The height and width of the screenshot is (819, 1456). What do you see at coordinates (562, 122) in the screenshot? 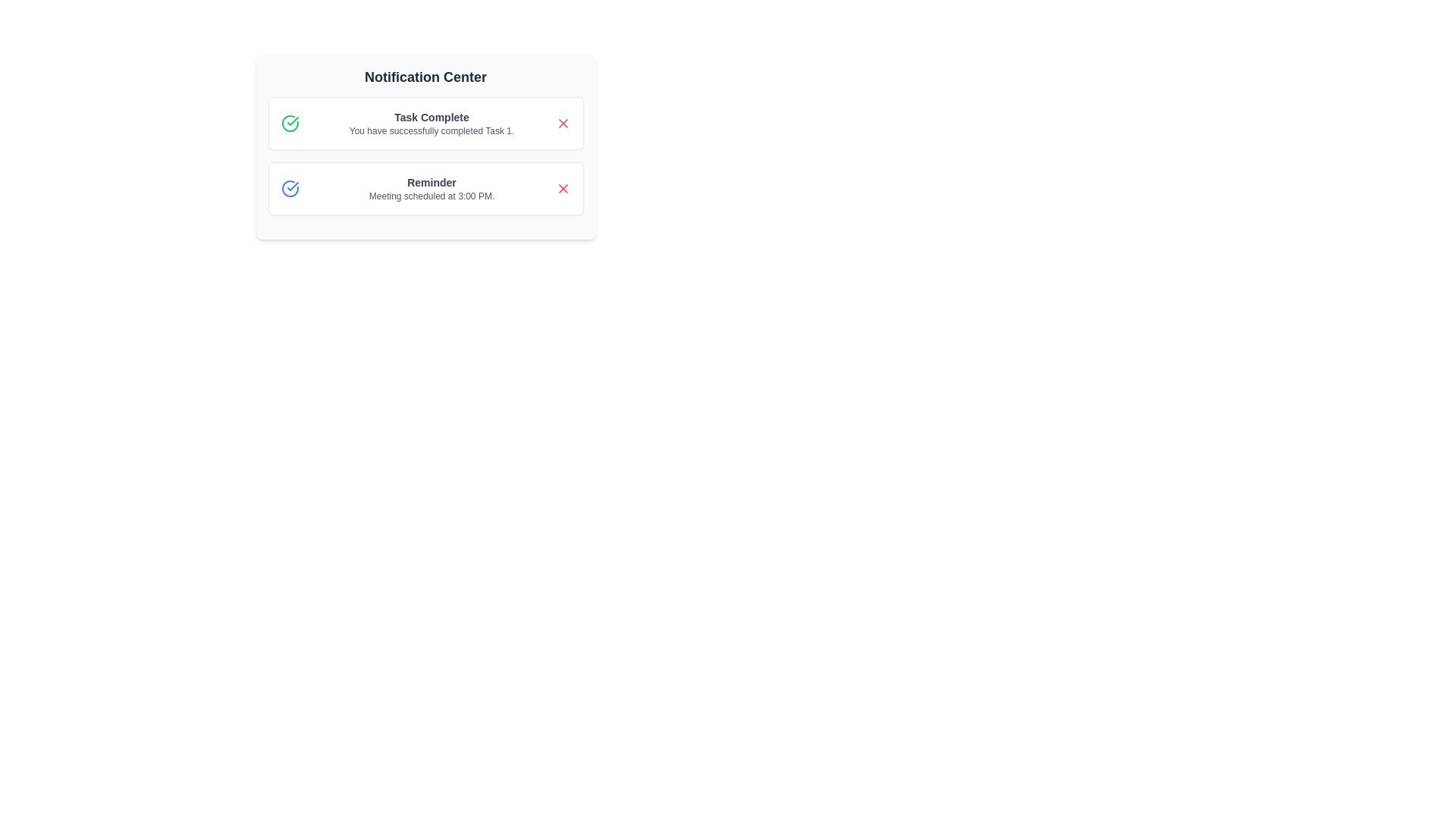
I see `the close or dismiss button located in the upper-right corner of the first notification card` at bounding box center [562, 122].